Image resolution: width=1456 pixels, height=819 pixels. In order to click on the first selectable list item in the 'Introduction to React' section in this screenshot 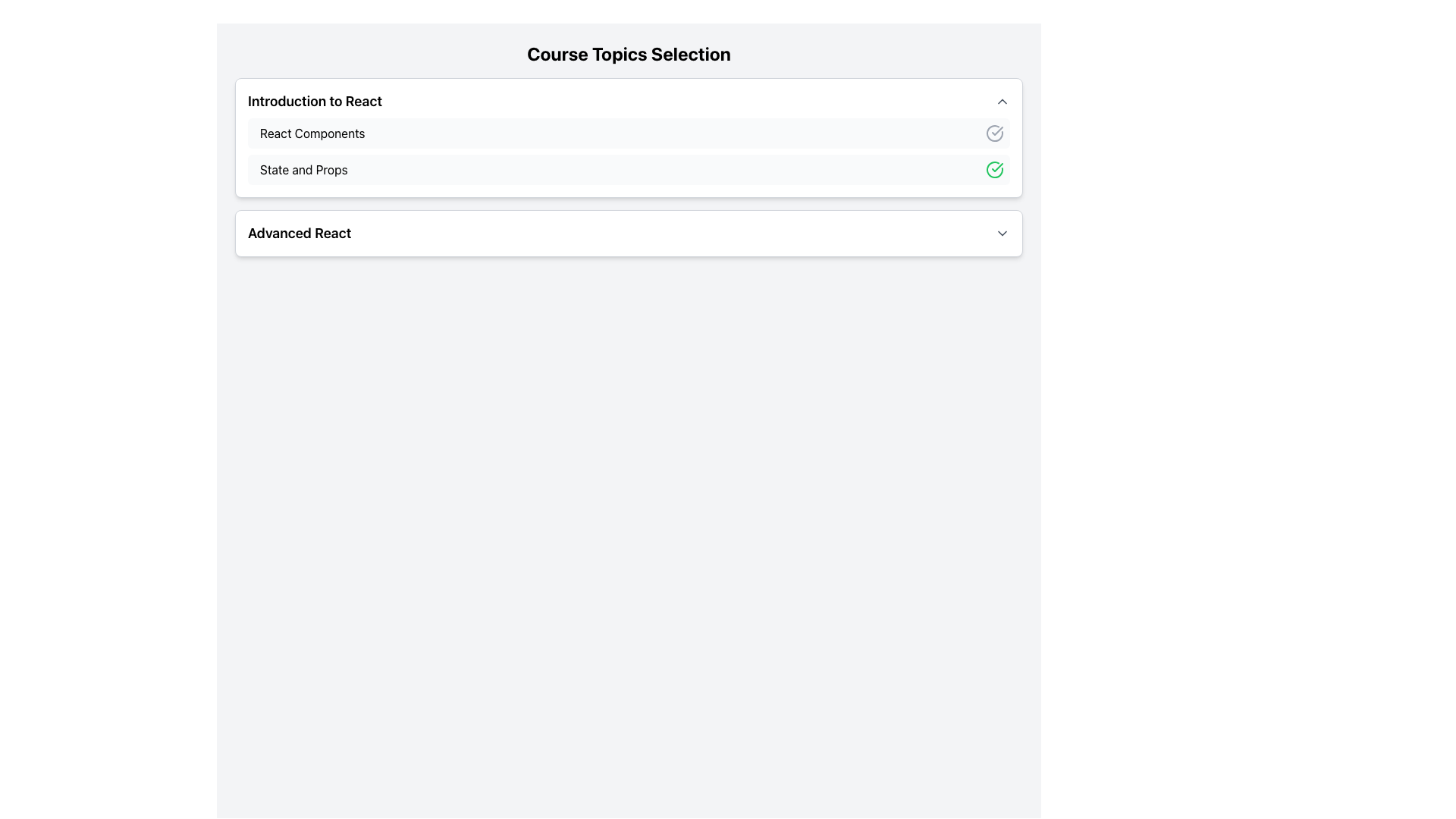, I will do `click(629, 133)`.